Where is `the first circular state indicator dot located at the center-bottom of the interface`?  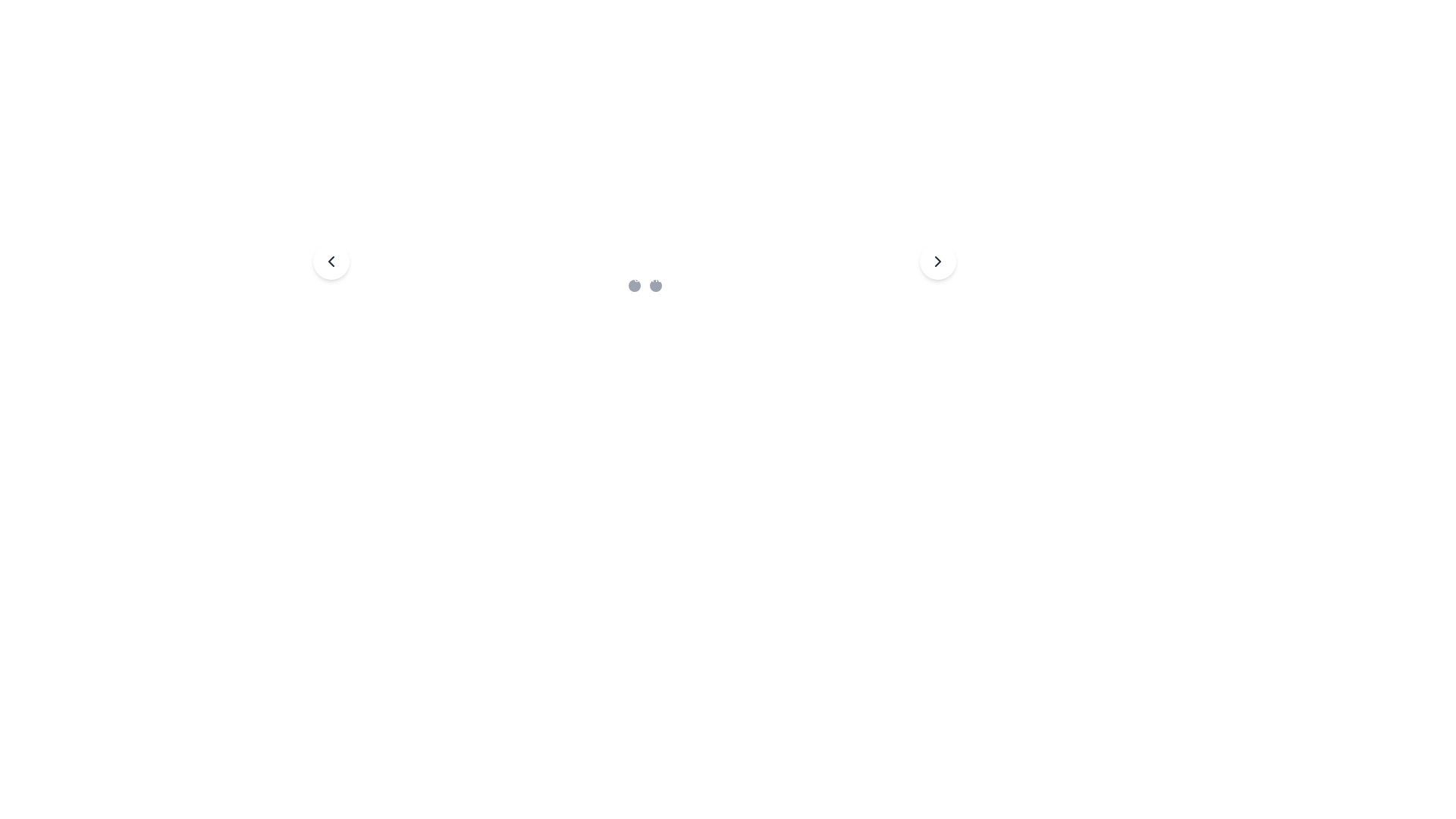
the first circular state indicator dot located at the center-bottom of the interface is located at coordinates (613, 286).